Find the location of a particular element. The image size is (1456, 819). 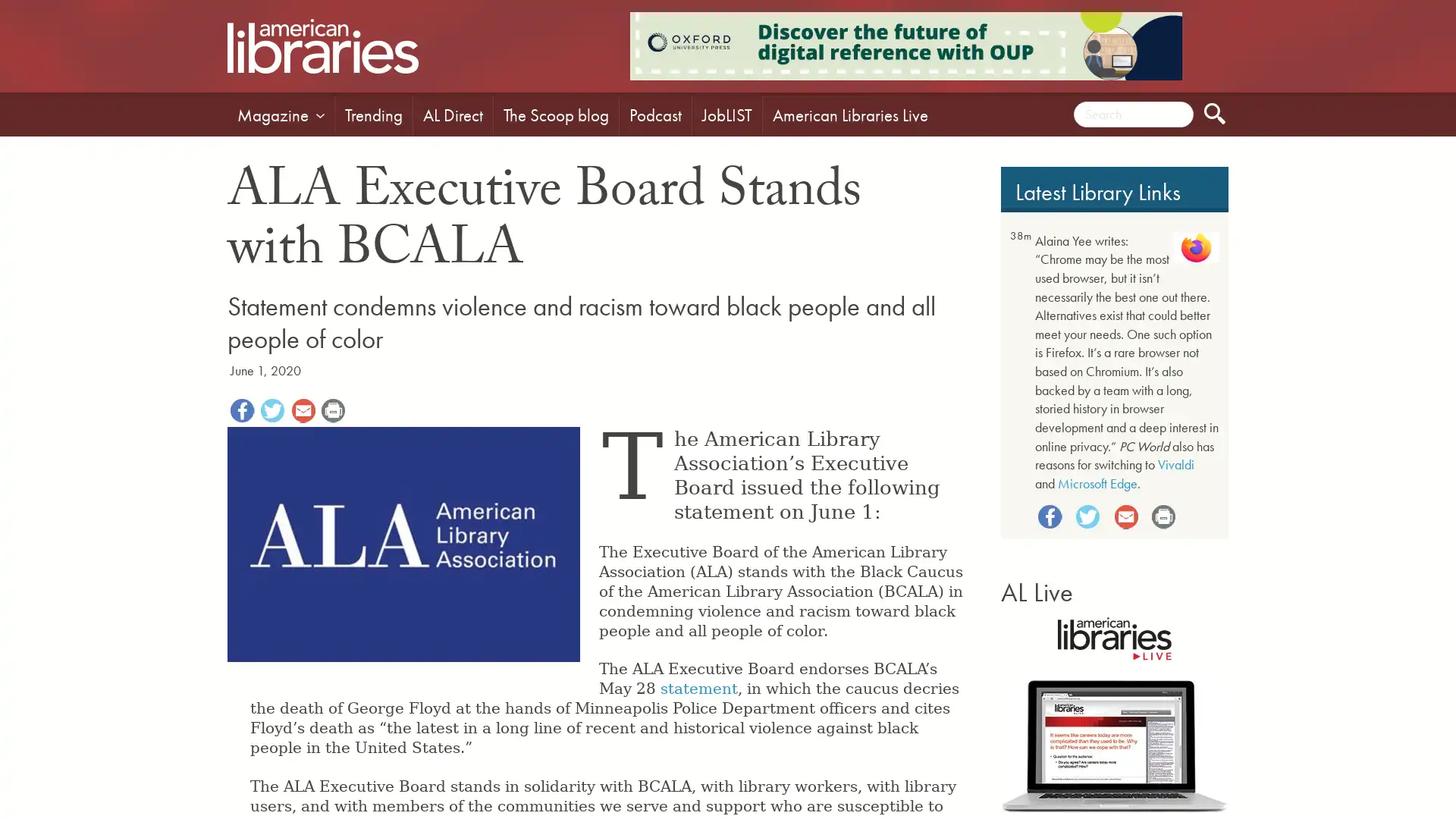

Search is located at coordinates (1215, 113).